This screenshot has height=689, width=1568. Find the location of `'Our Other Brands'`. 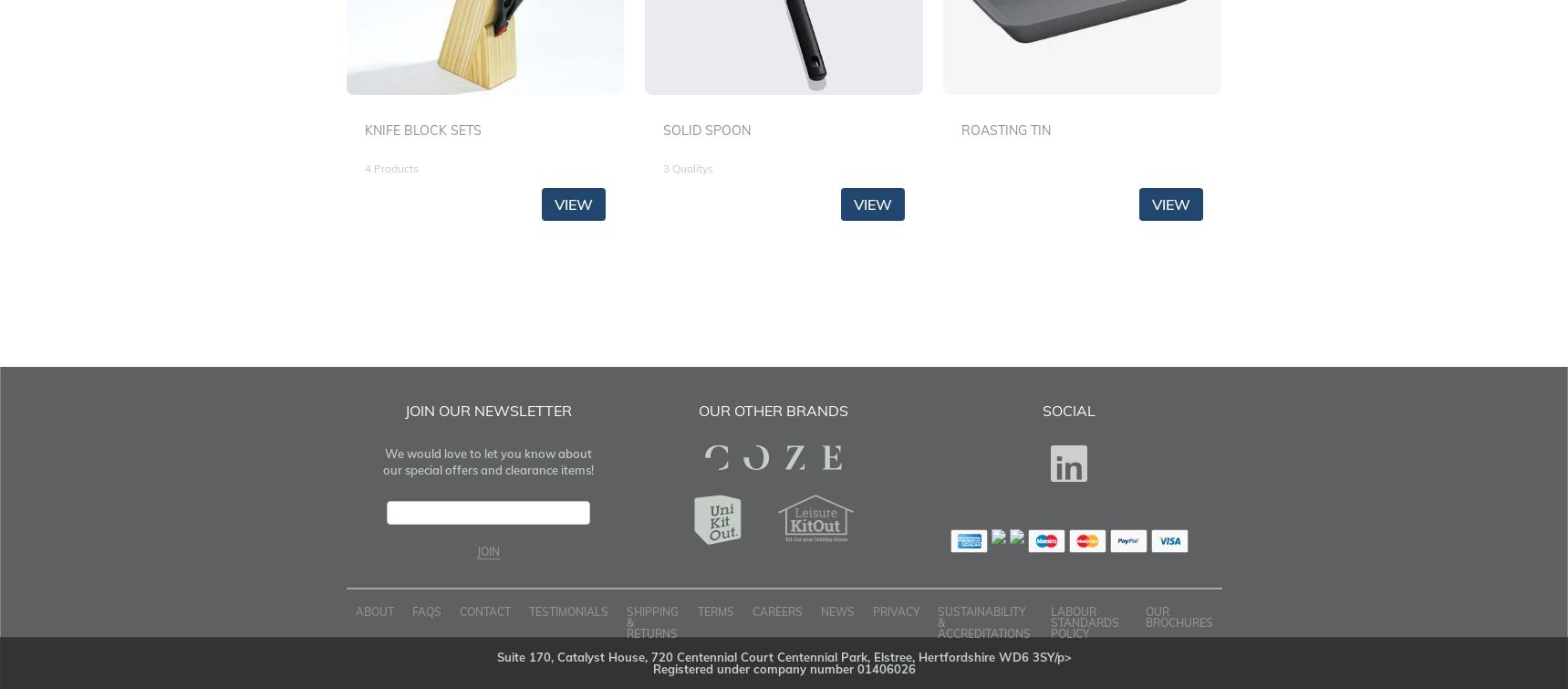

'Our Other Brands' is located at coordinates (772, 409).